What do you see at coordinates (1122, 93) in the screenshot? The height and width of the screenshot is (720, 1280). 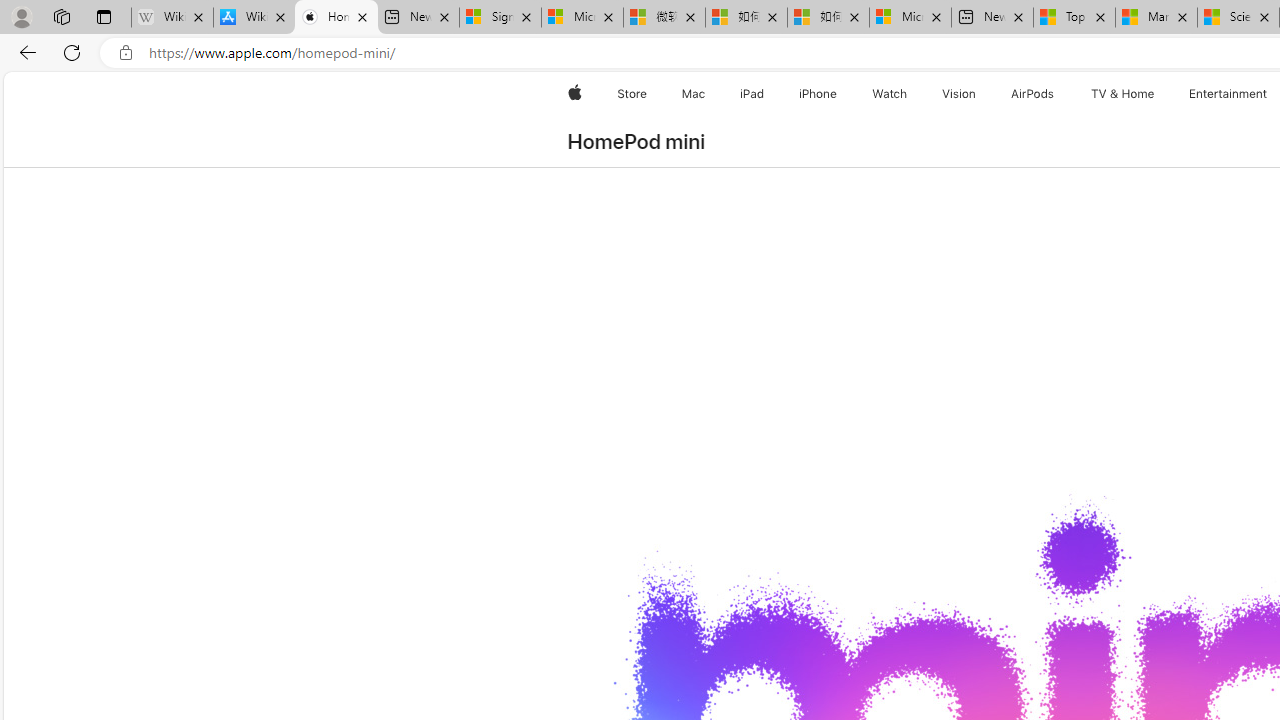 I see `'TV and Home'` at bounding box center [1122, 93].